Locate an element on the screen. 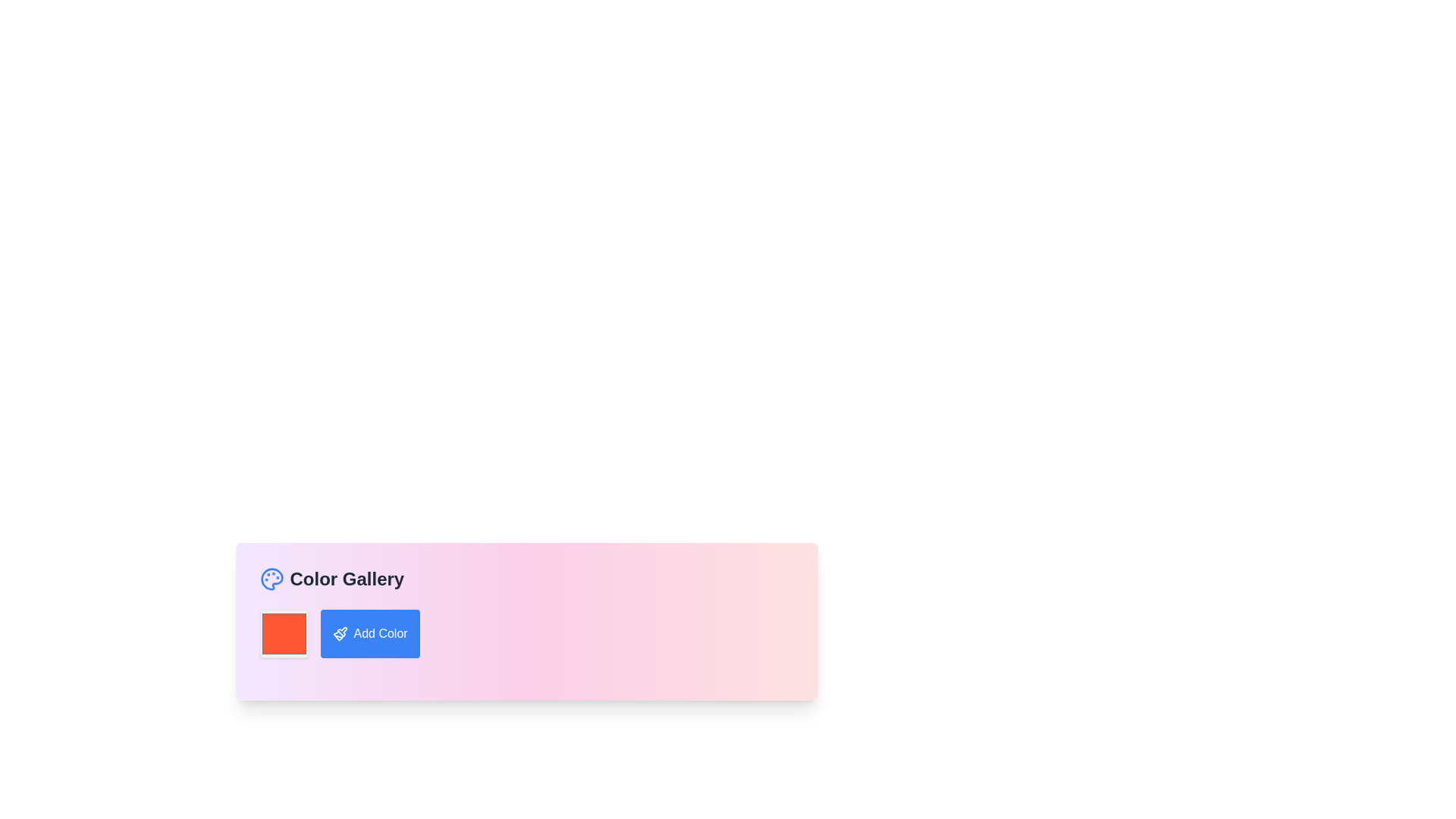 Image resolution: width=1456 pixels, height=819 pixels. the painter's palette icon located at the top-left of the 'Color Gallery' section, which is styled with a blue color accent is located at coordinates (271, 579).